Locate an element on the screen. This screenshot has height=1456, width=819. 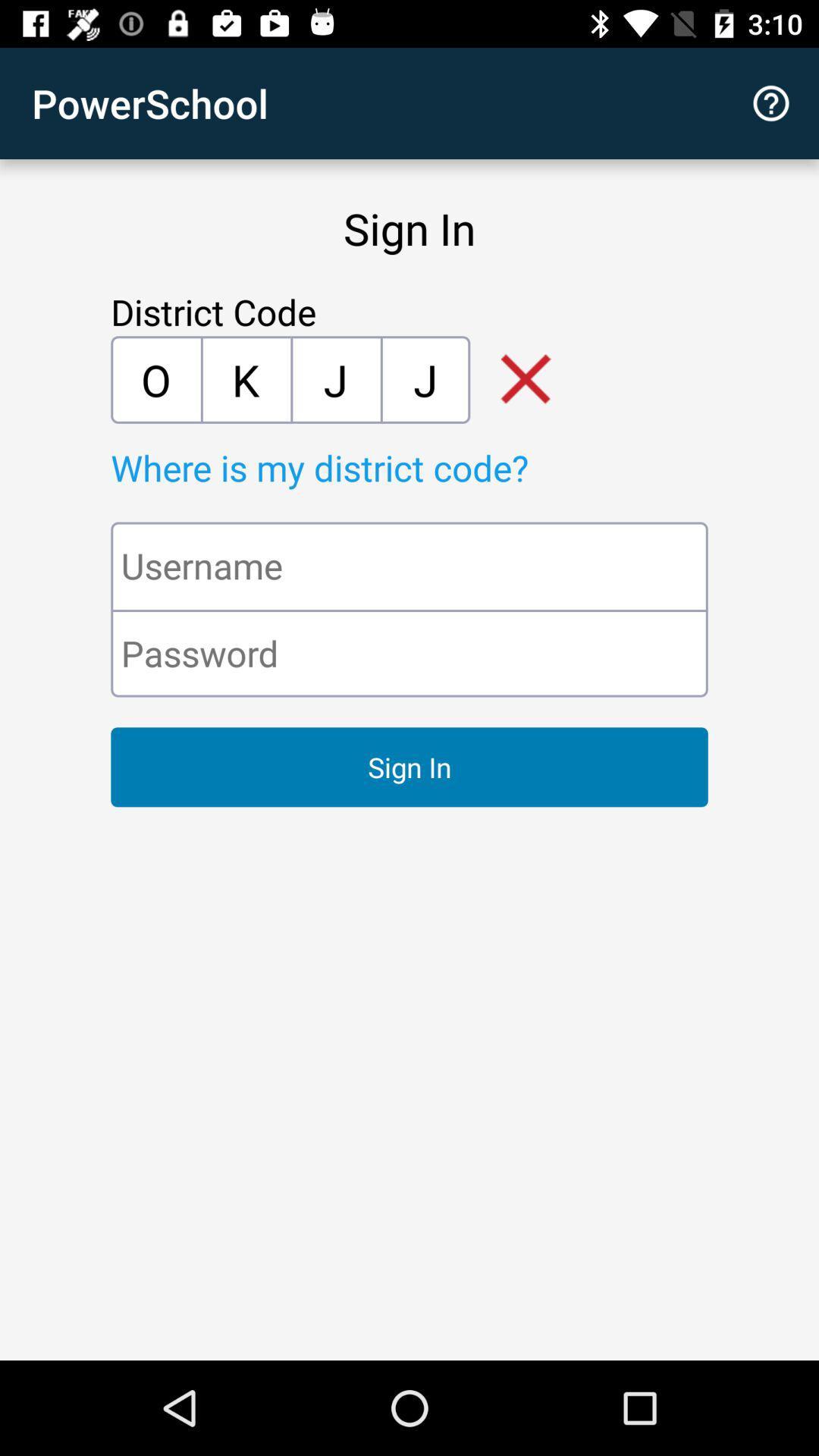
the item at the top right corner is located at coordinates (771, 102).